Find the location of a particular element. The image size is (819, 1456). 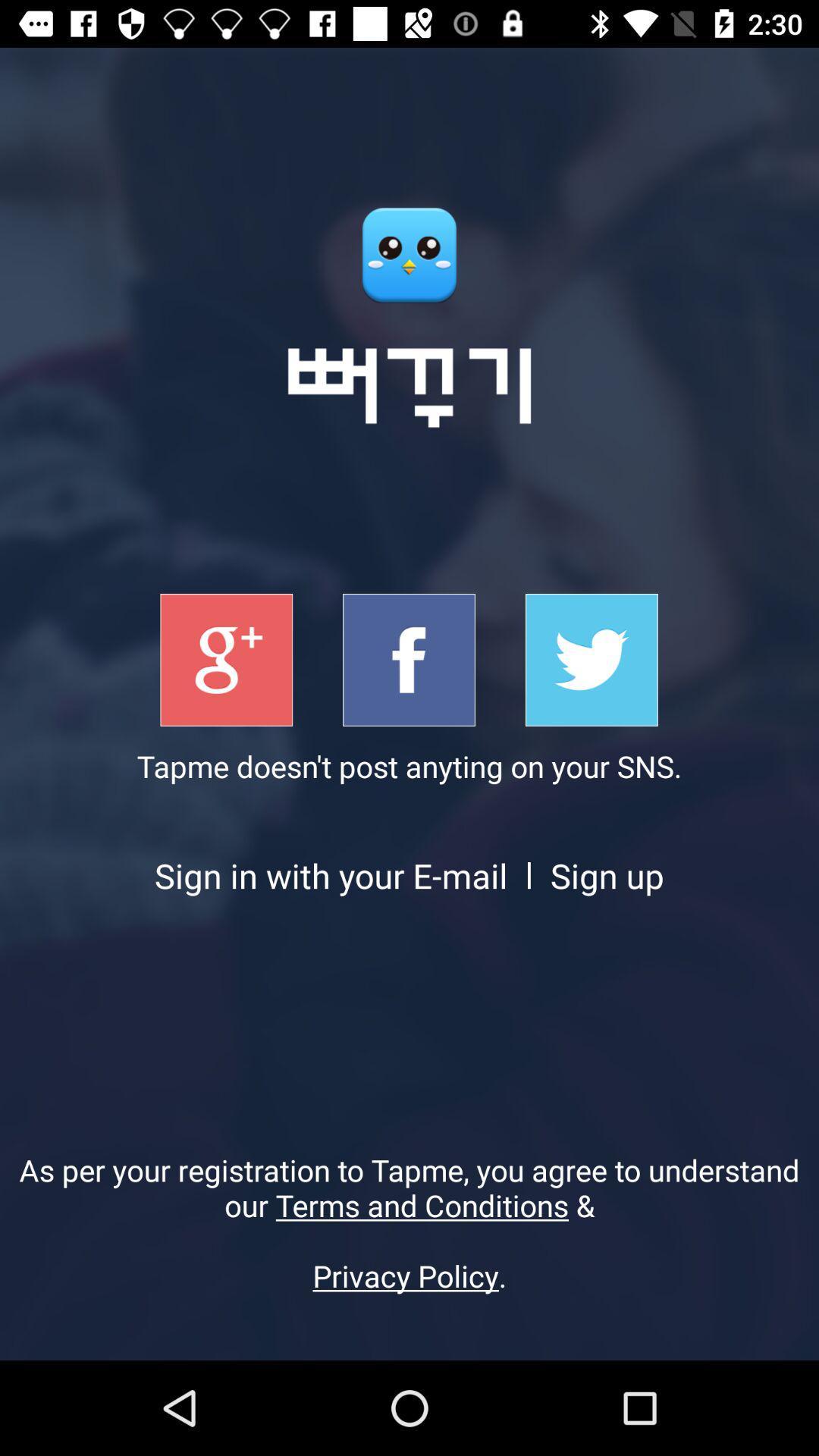

the group icon is located at coordinates (226, 660).